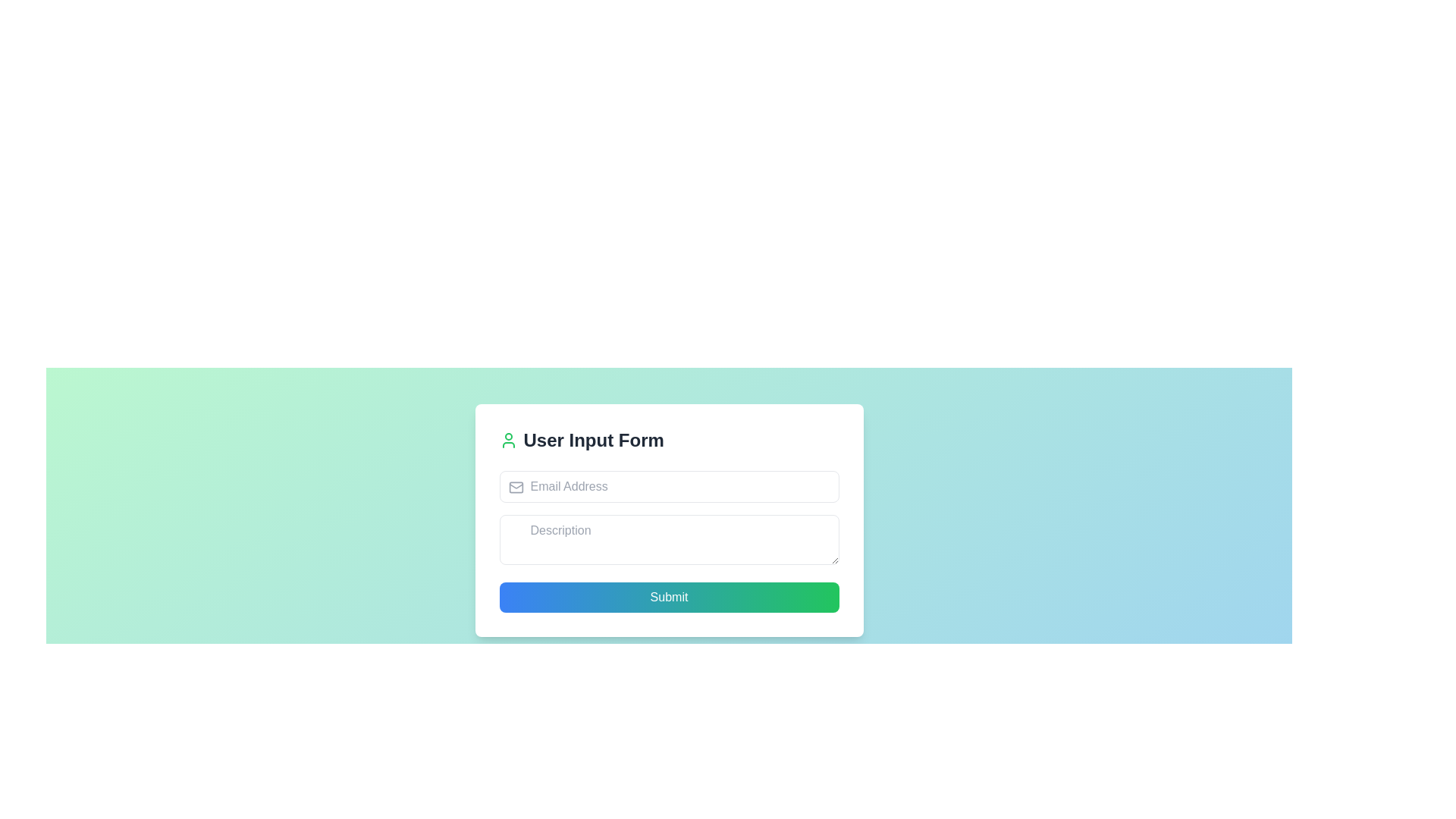 This screenshot has width=1456, height=819. I want to click on the email address icon located to the left inside the bordered text input field labeled 'Email Address' in the user input form, so click(516, 488).